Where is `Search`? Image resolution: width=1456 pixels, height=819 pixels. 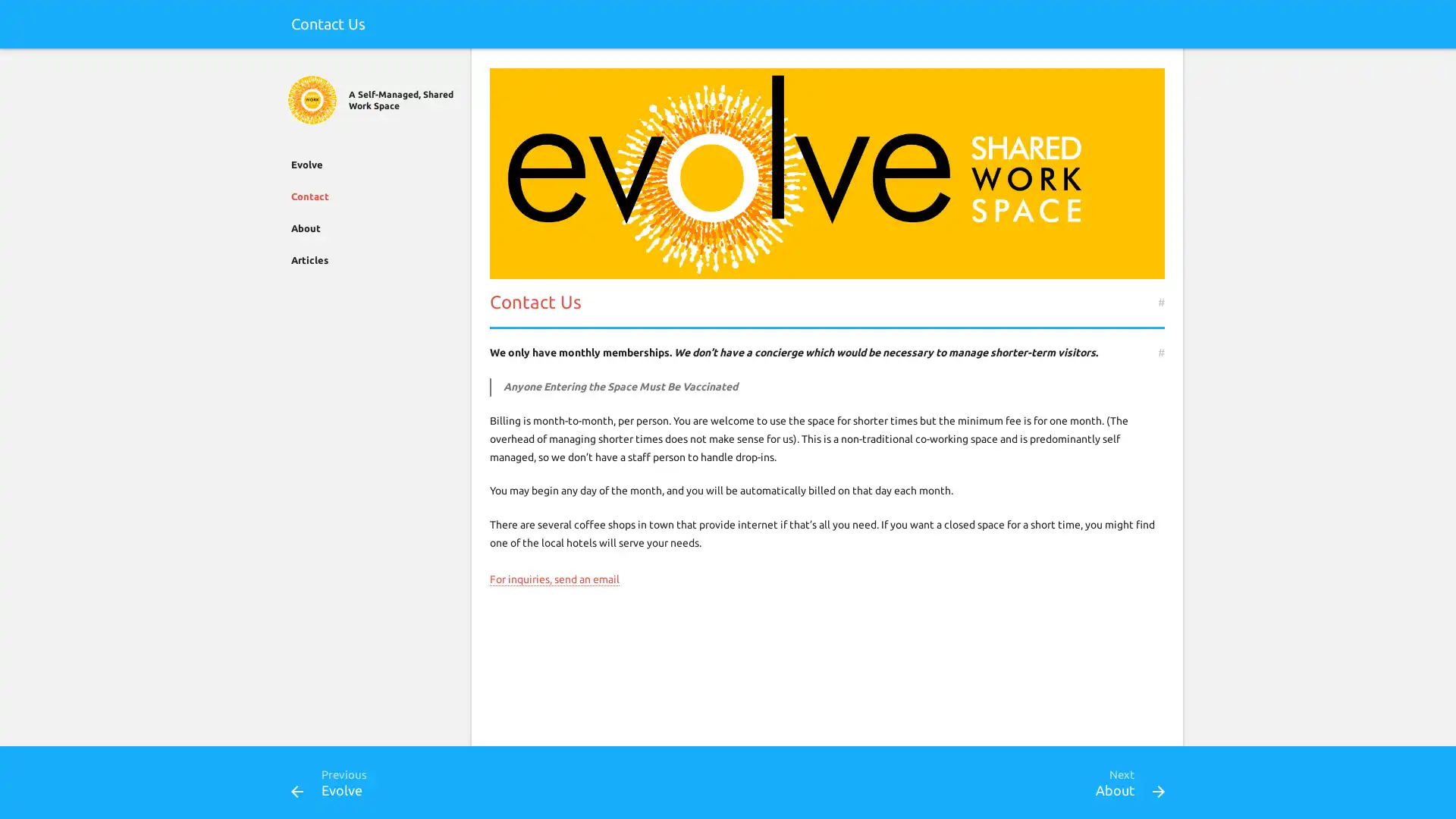 Search is located at coordinates (1157, 66).